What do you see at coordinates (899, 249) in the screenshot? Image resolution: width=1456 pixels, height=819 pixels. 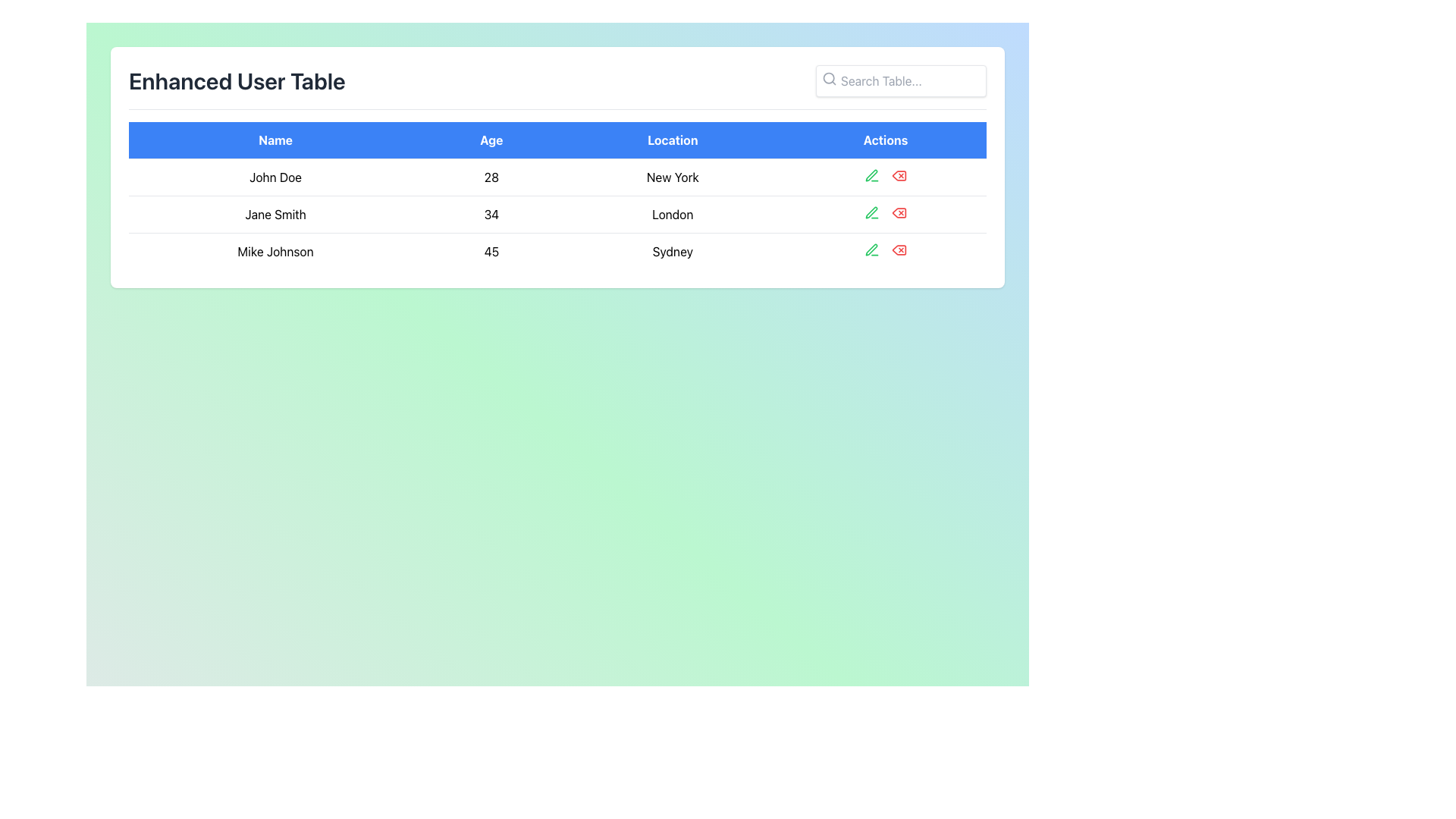 I see `the delete icon in the last row under the 'Actions' column to initiate a deletion` at bounding box center [899, 249].